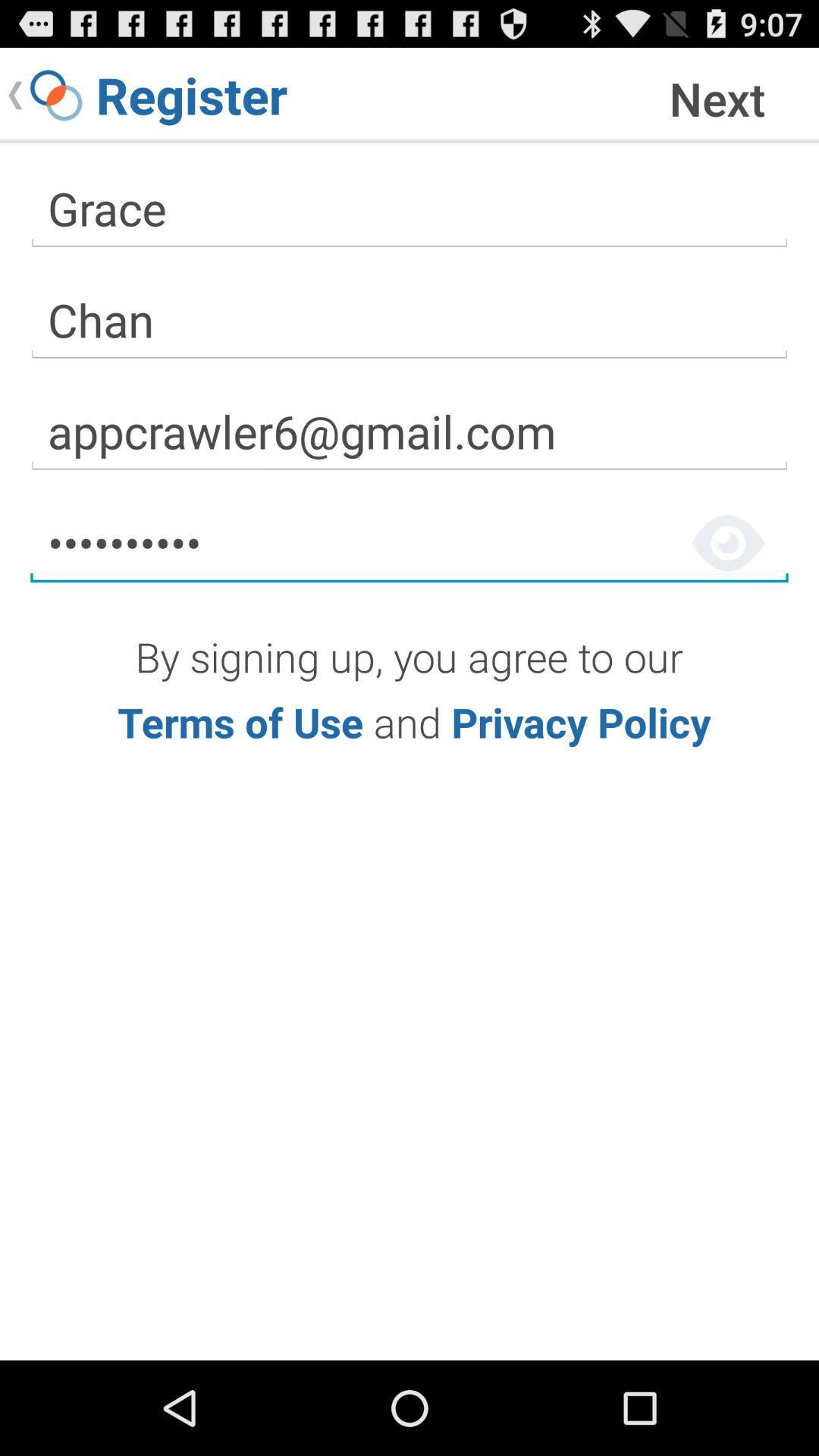  I want to click on the field which consists of eye symbol, so click(409, 543).